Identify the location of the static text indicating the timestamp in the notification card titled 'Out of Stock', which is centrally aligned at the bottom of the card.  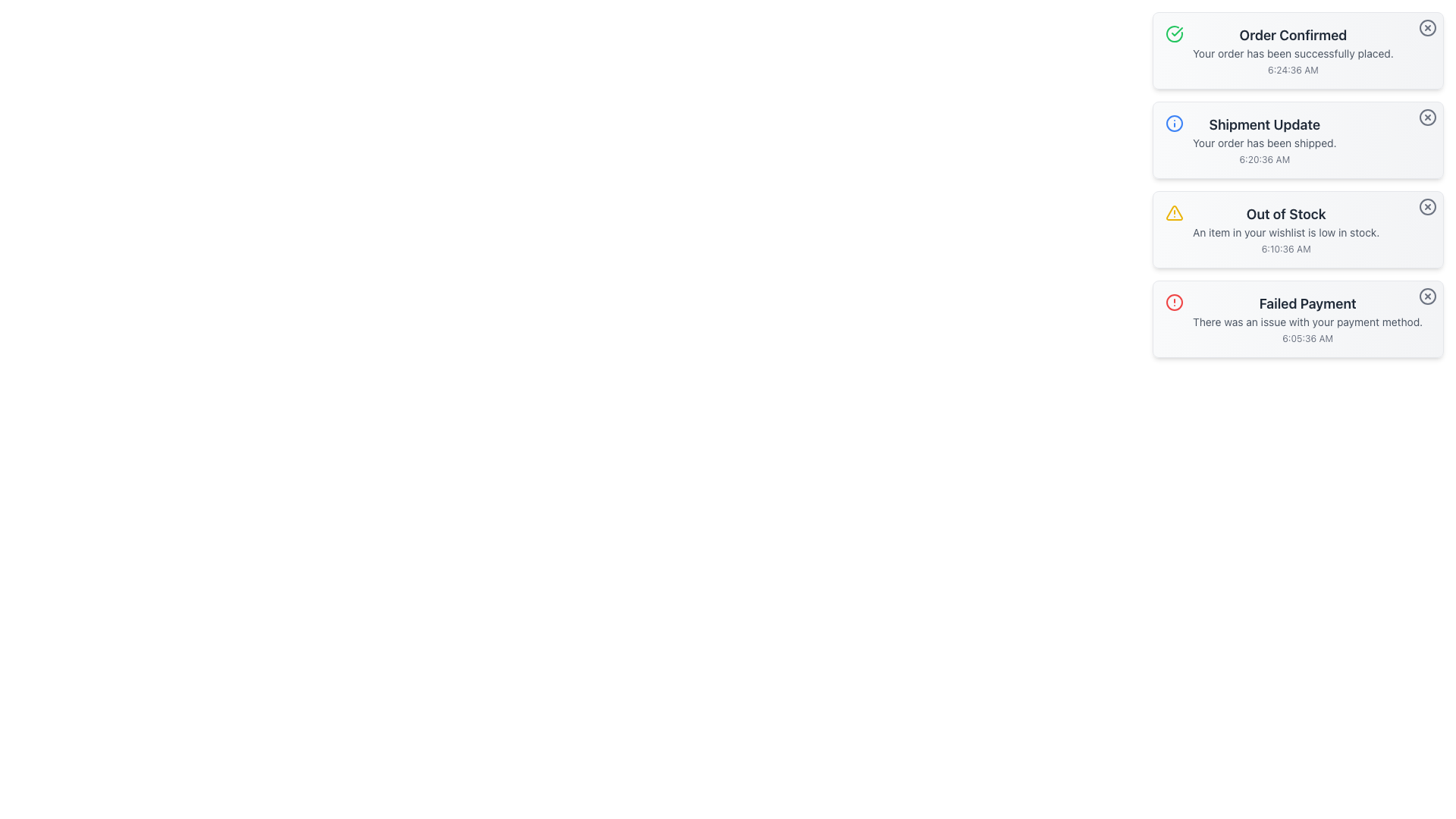
(1285, 248).